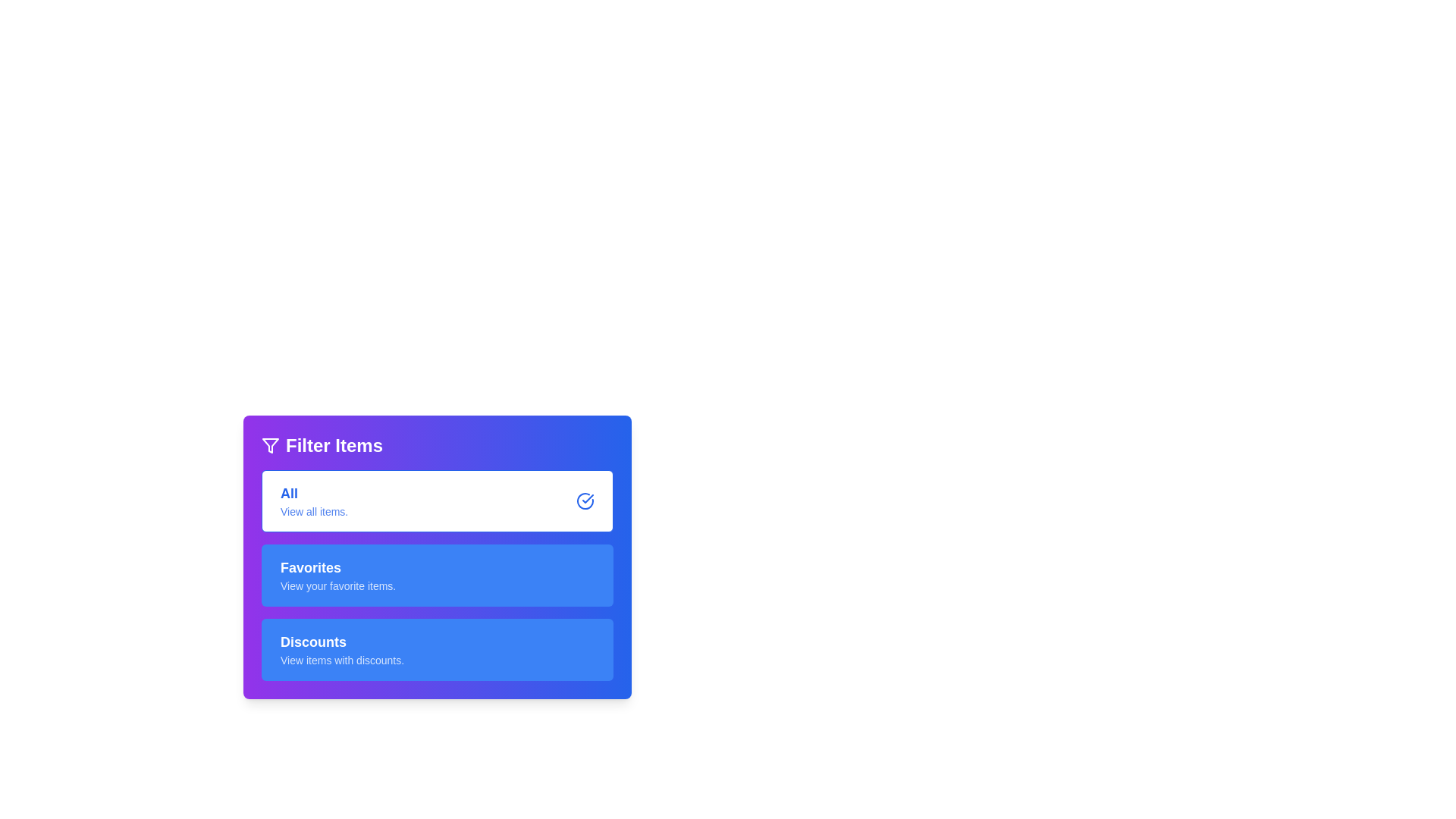  What do you see at coordinates (313, 512) in the screenshot?
I see `the informational text label 'View all items.' located directly underneath the 'All' label in the 'Filter Items' section` at bounding box center [313, 512].